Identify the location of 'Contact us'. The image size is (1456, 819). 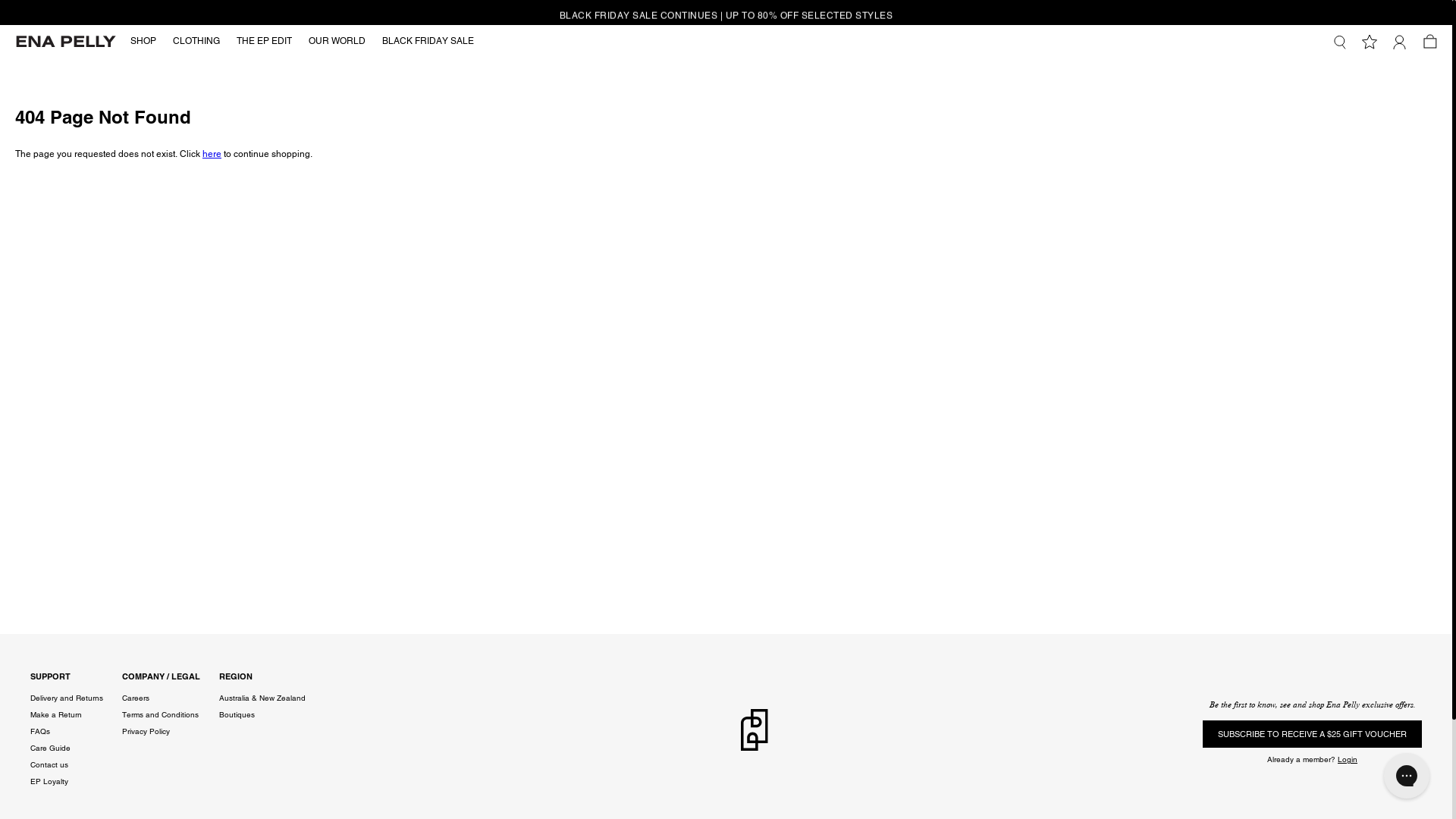
(49, 765).